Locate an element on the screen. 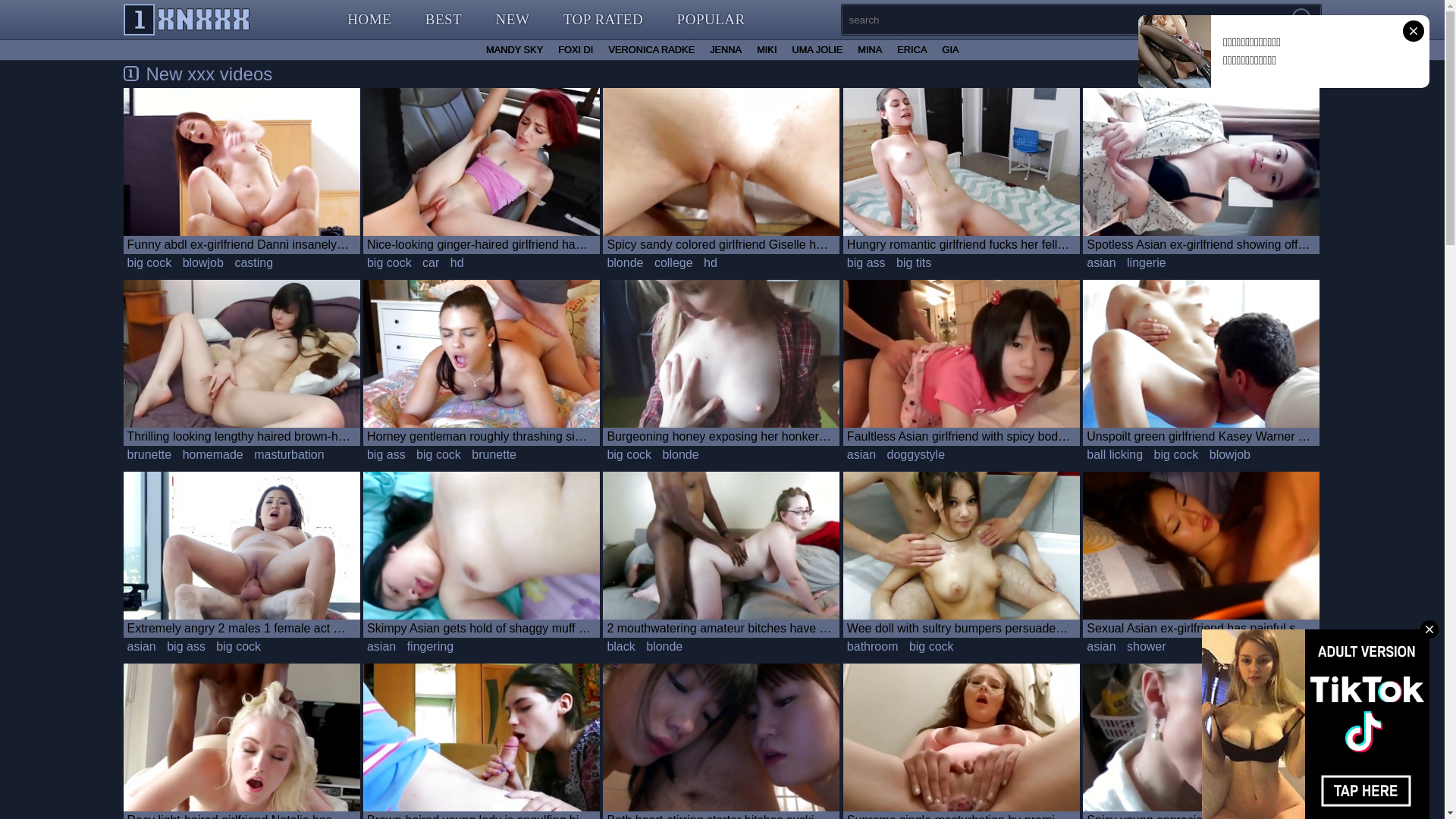  'MIKI' is located at coordinates (749, 49).